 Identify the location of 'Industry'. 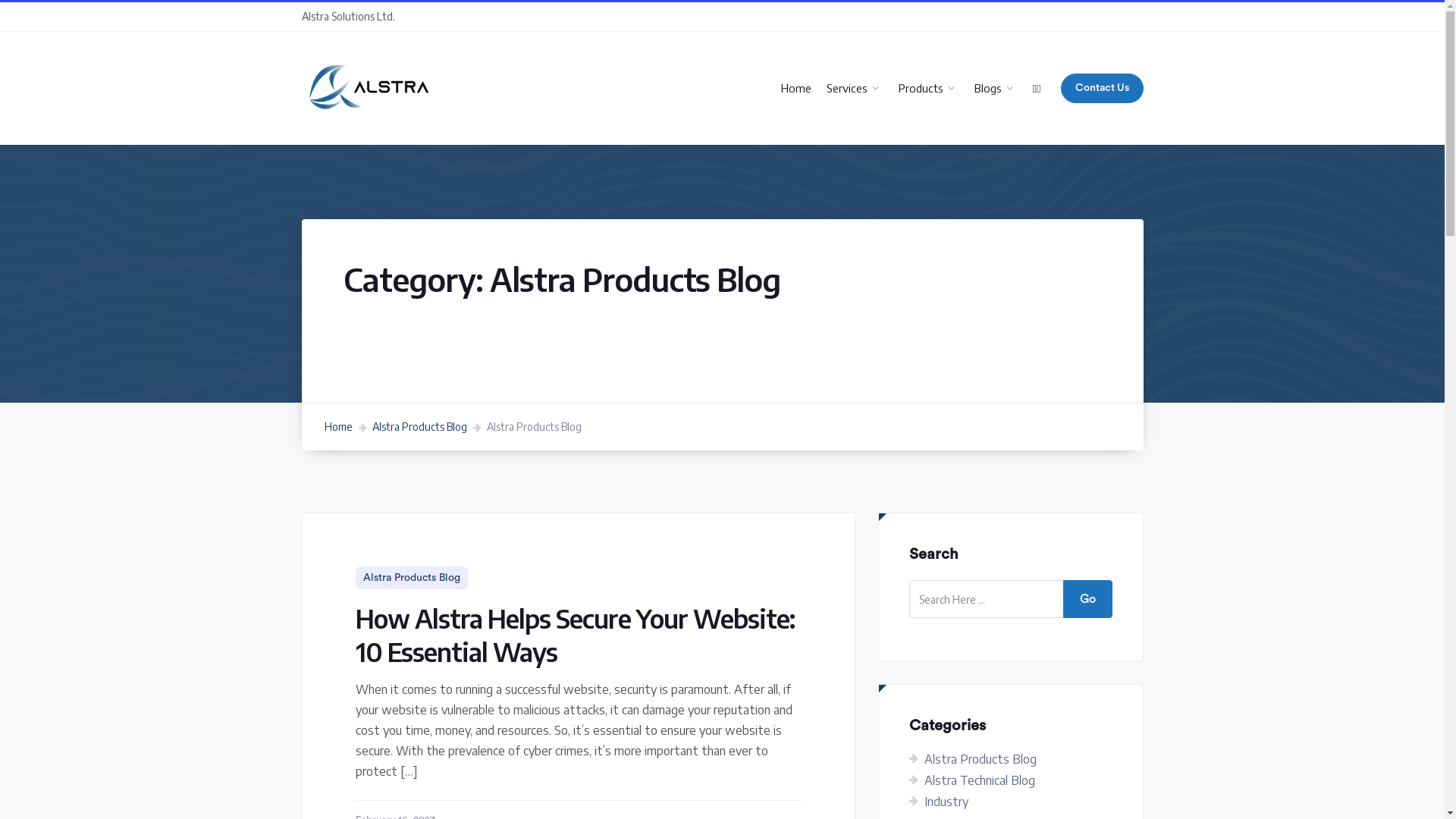
(945, 800).